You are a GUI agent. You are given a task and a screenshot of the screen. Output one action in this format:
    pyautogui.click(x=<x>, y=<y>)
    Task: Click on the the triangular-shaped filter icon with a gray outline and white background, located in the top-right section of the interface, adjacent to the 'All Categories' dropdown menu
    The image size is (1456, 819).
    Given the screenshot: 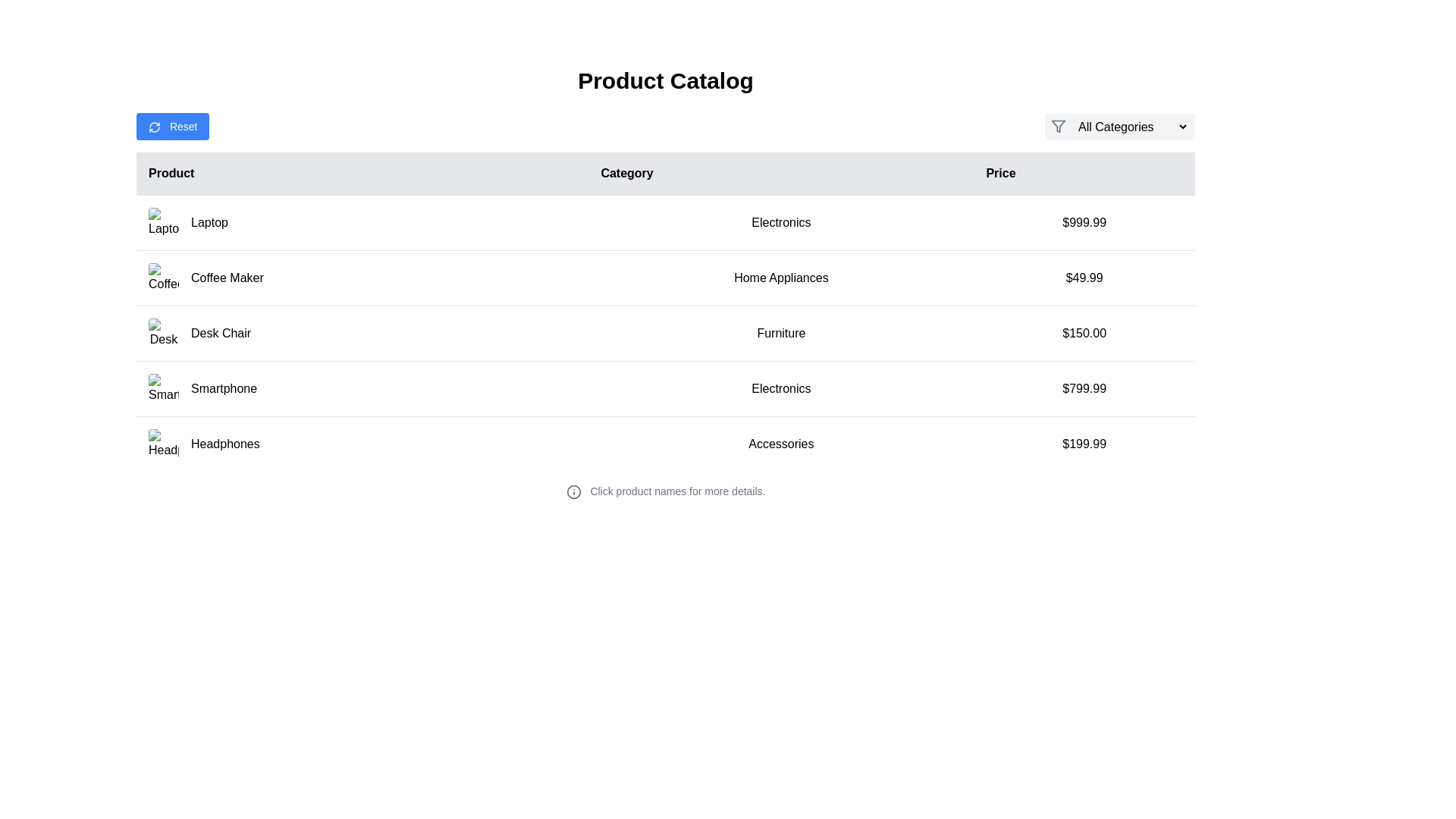 What is the action you would take?
    pyautogui.click(x=1058, y=125)
    